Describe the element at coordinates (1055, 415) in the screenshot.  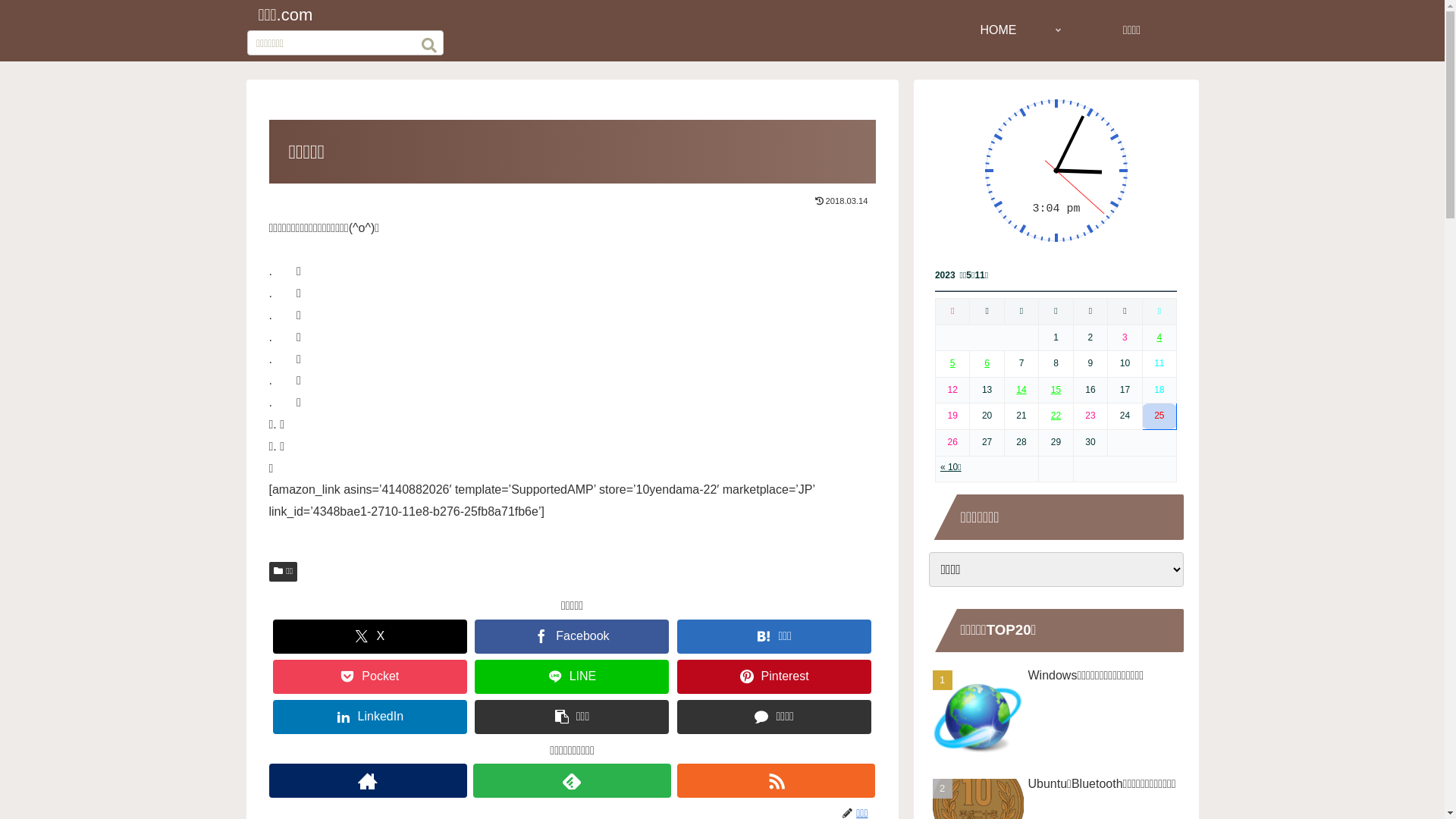
I see `'22'` at that location.